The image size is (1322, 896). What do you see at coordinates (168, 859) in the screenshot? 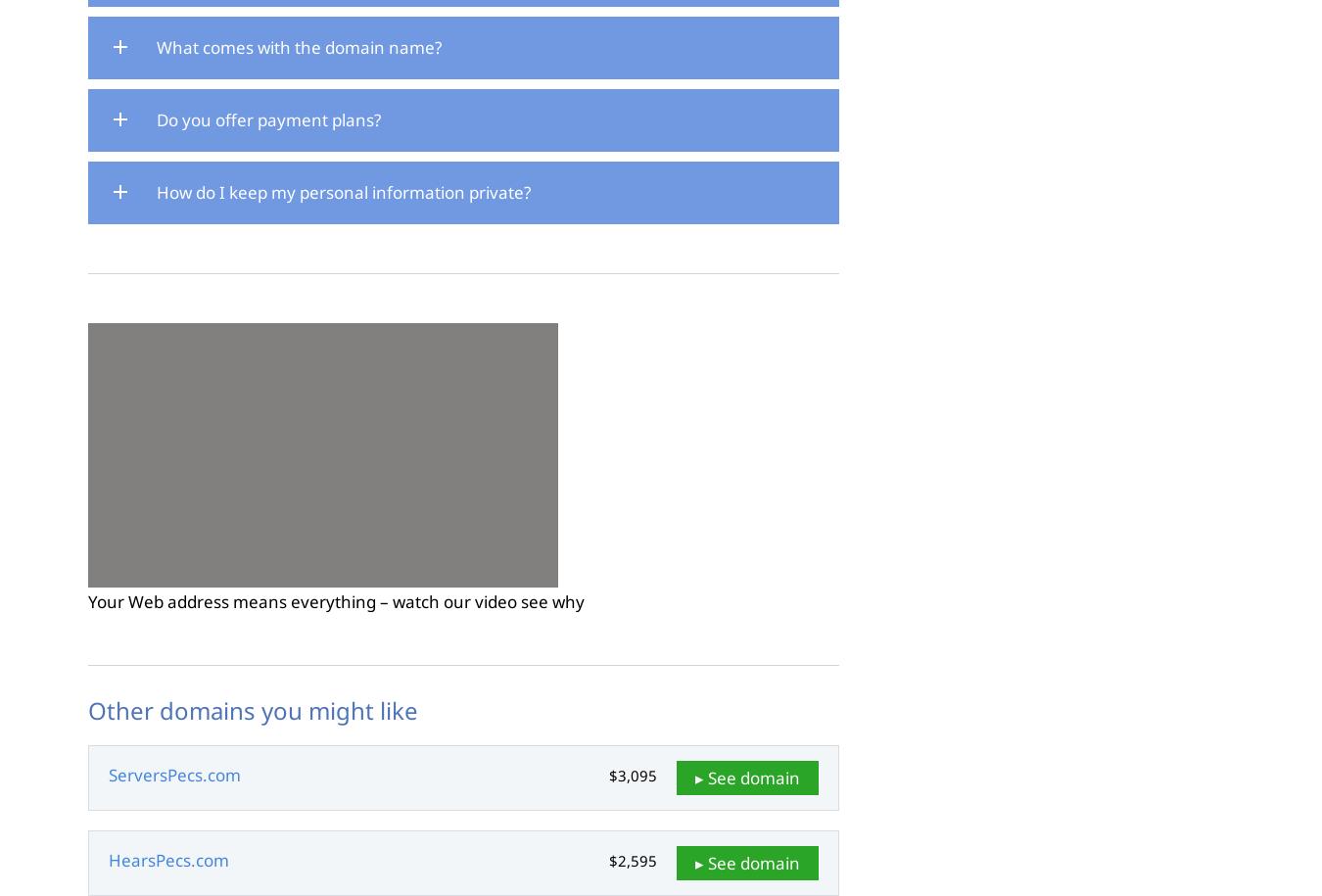
I see `'HearsPecs.com'` at bounding box center [168, 859].